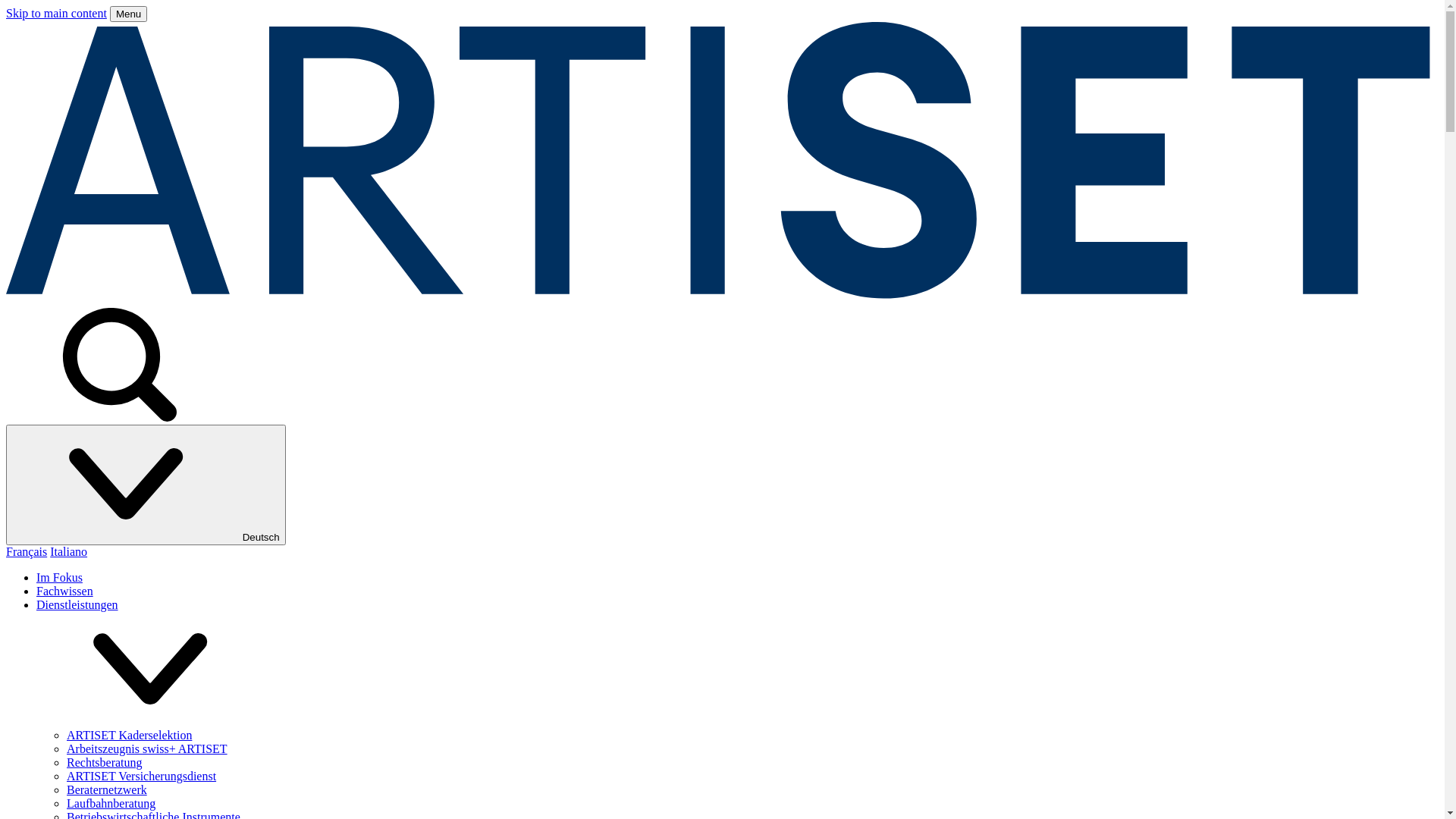 This screenshot has width=1456, height=819. Describe the element at coordinates (36, 604) in the screenshot. I see `'Dienstleistungen'` at that location.